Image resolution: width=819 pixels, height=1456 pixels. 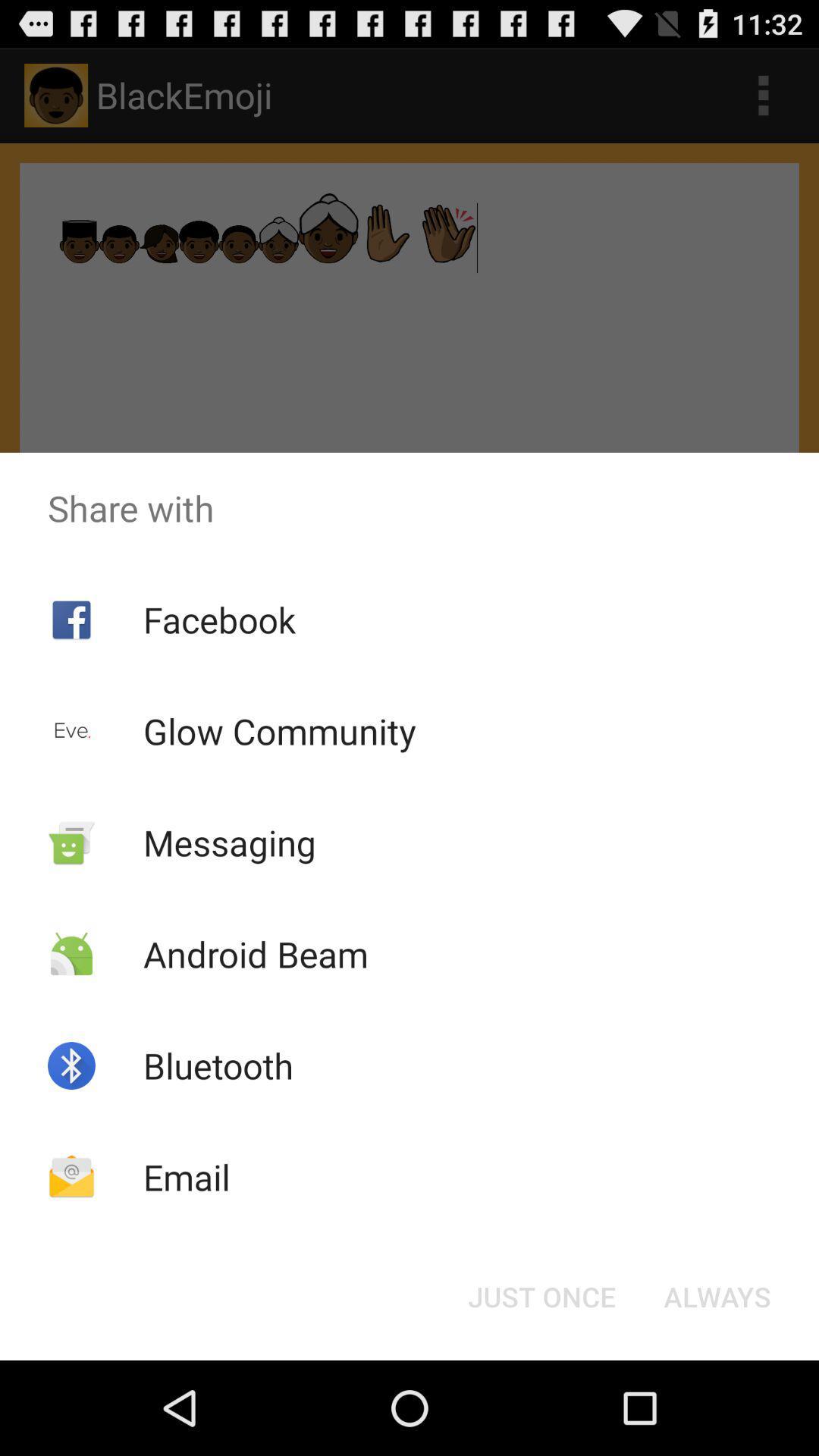 What do you see at coordinates (541, 1295) in the screenshot?
I see `the item to the left of always` at bounding box center [541, 1295].